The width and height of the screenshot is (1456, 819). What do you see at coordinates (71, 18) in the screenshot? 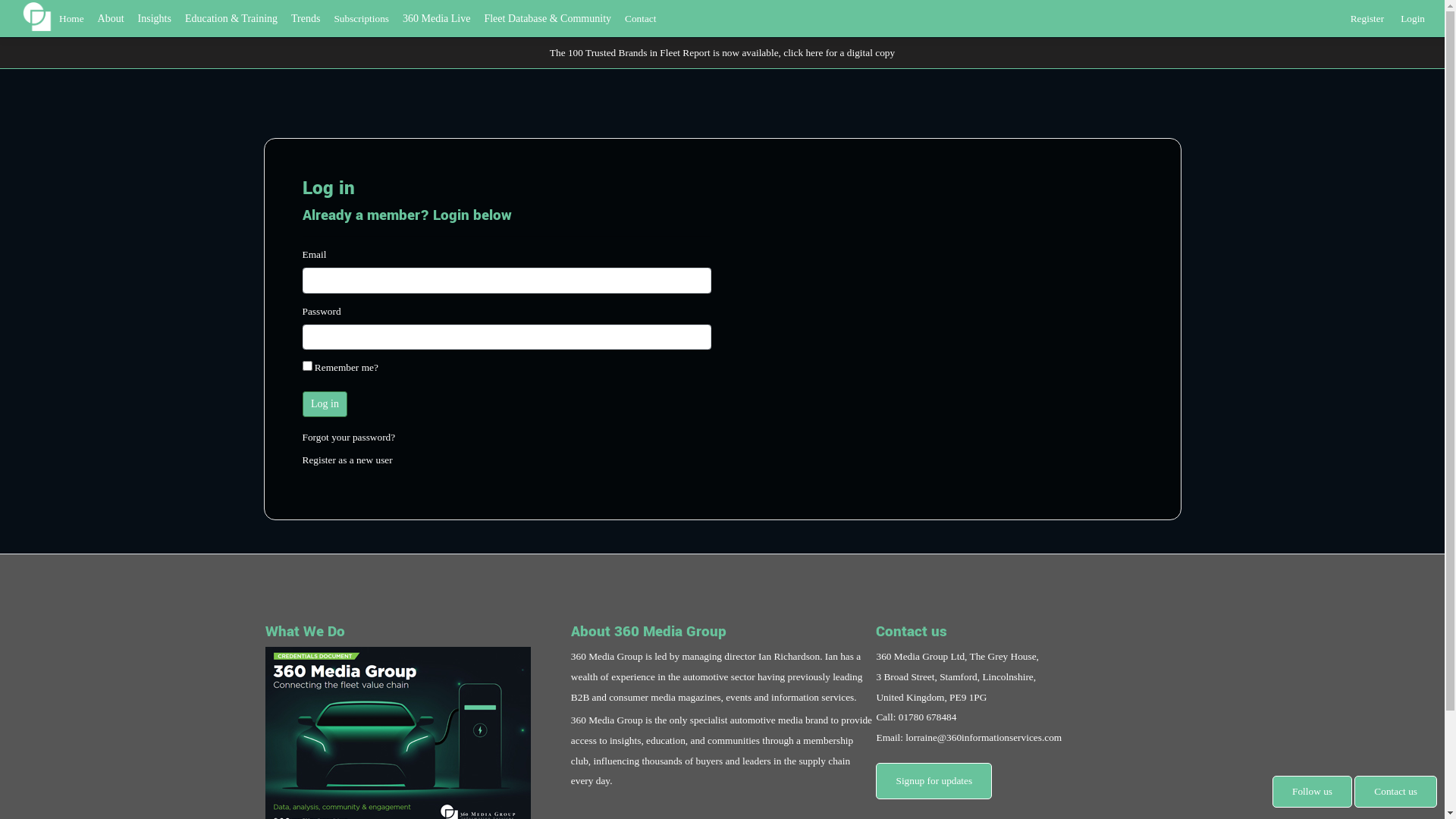
I see `'Home'` at bounding box center [71, 18].